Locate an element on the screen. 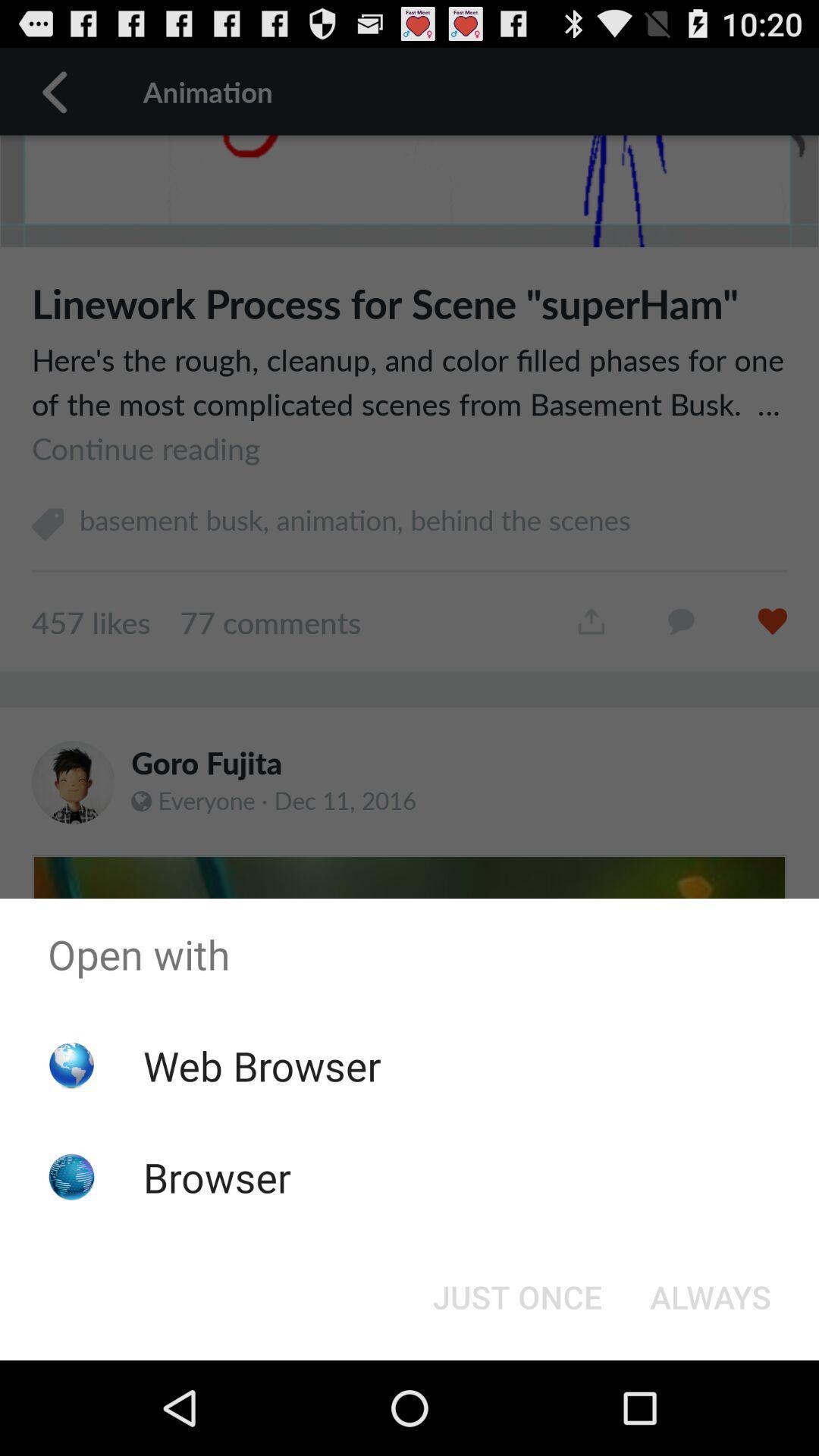 Image resolution: width=819 pixels, height=1456 pixels. the item at the bottom right corner is located at coordinates (711, 1295).